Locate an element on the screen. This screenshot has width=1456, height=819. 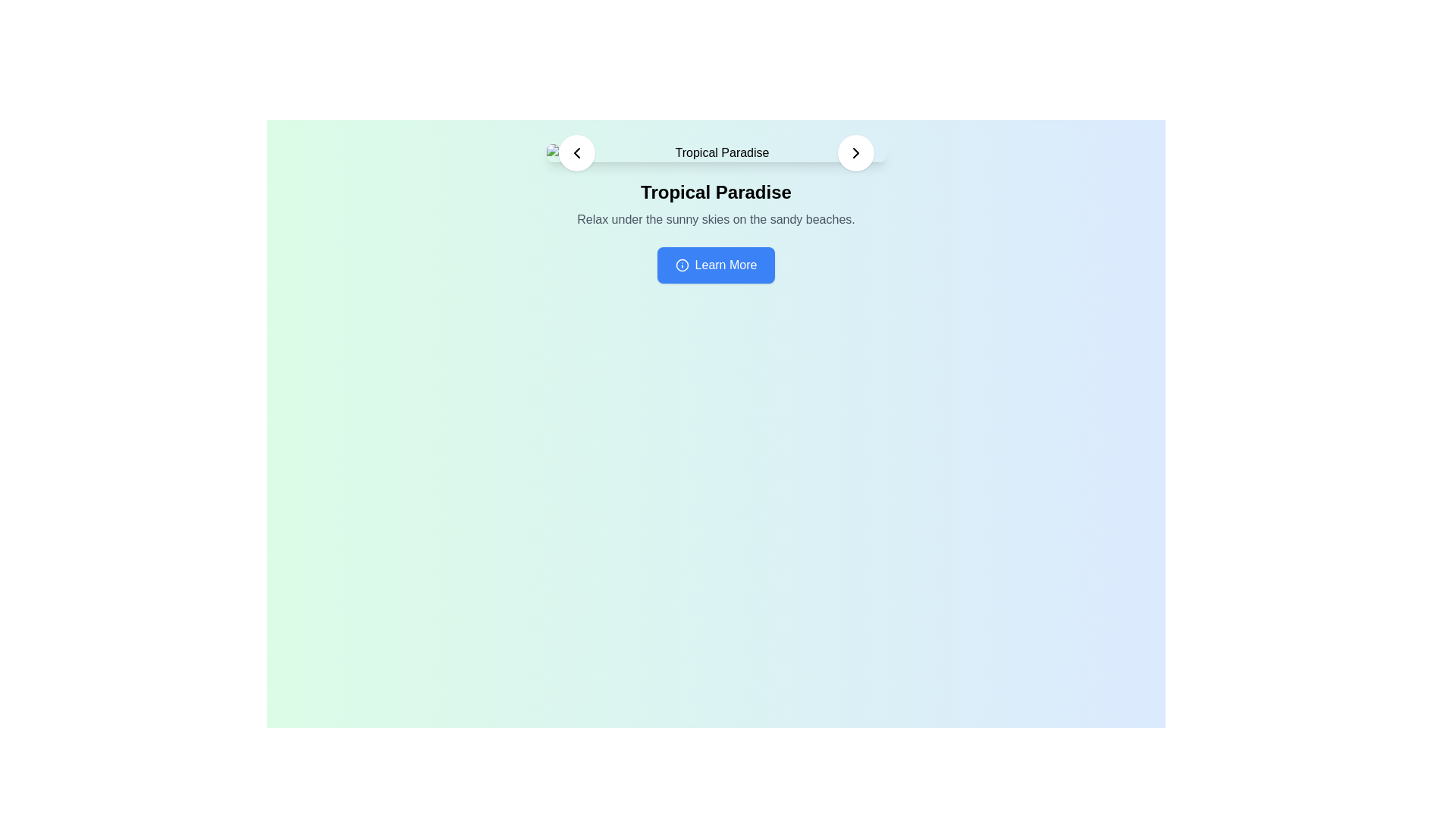
the static text reading 'Relax under the sunny skies on the sandy beaches.', which is positioned directly below the title 'Tropical Paradise' and centered within the page is located at coordinates (715, 219).